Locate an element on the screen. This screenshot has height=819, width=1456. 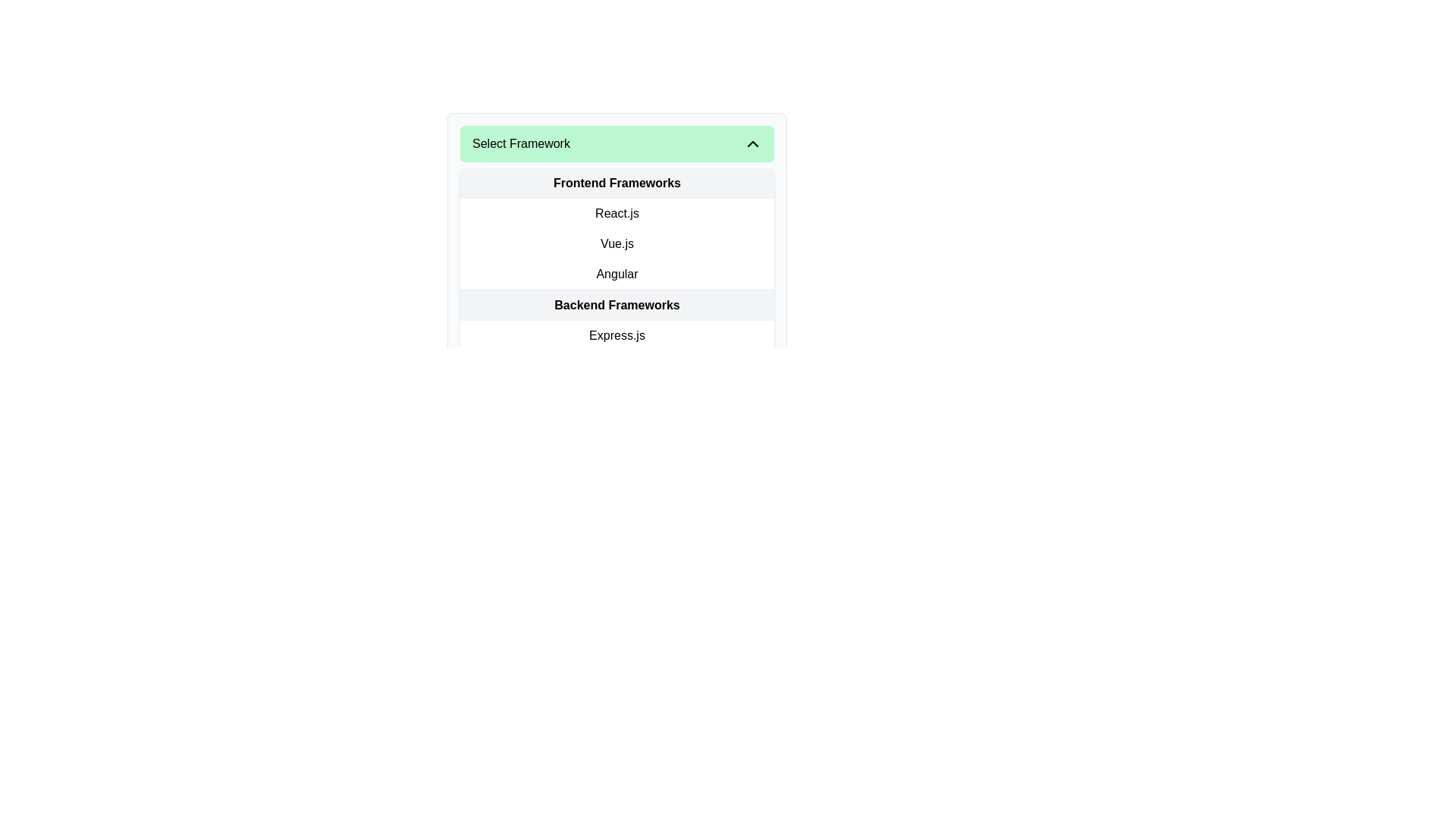
the non-interactive header that categorizes the following items as frontend frameworks, located below the 'Select Framework' dropdown and above the individual framework options is located at coordinates (617, 183).